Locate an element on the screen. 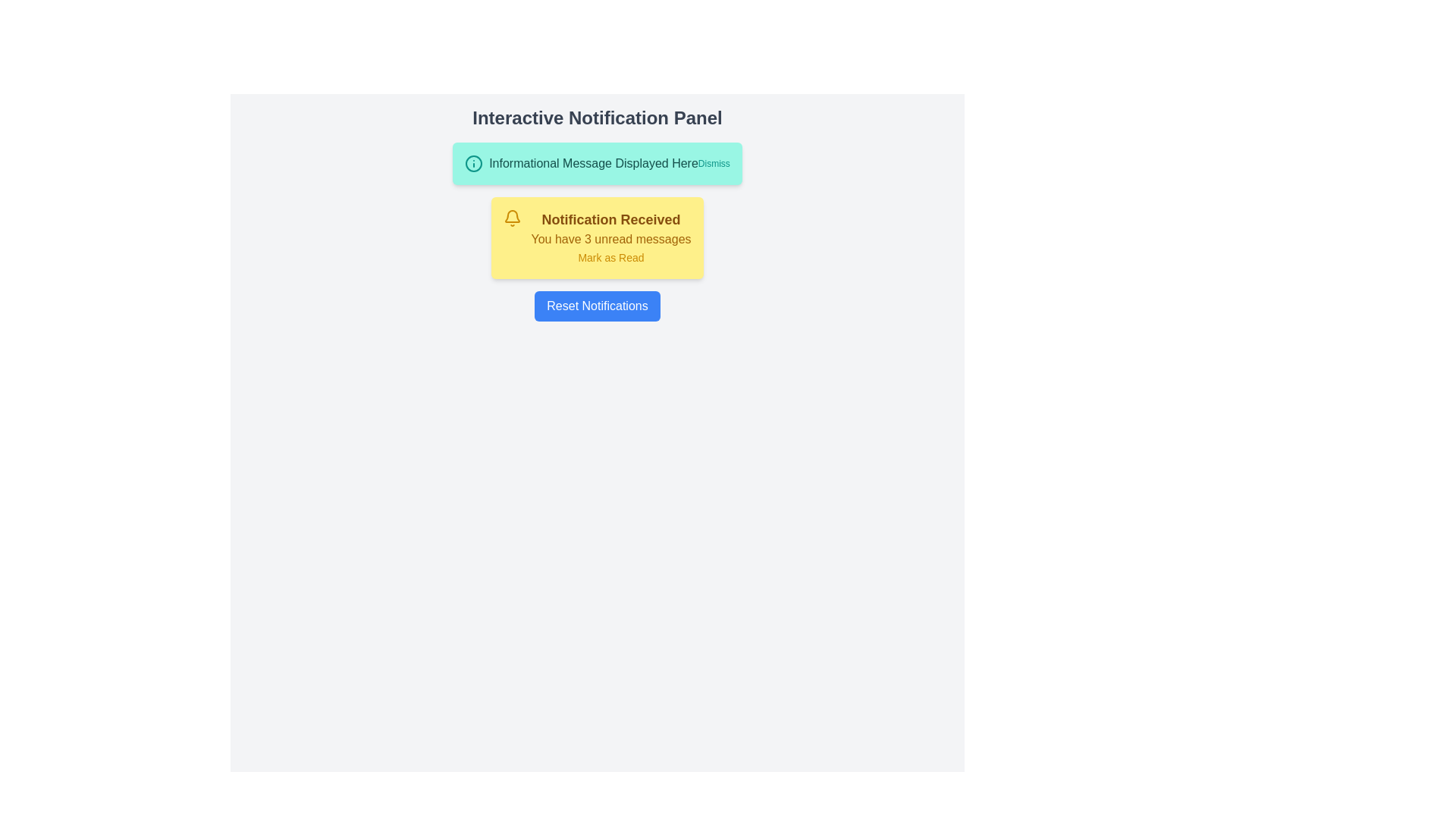 The image size is (1456, 819). the text label displaying 'Notification Received', which is styled in bold with a large dark yellow font, indicating a notification message is located at coordinates (611, 219).